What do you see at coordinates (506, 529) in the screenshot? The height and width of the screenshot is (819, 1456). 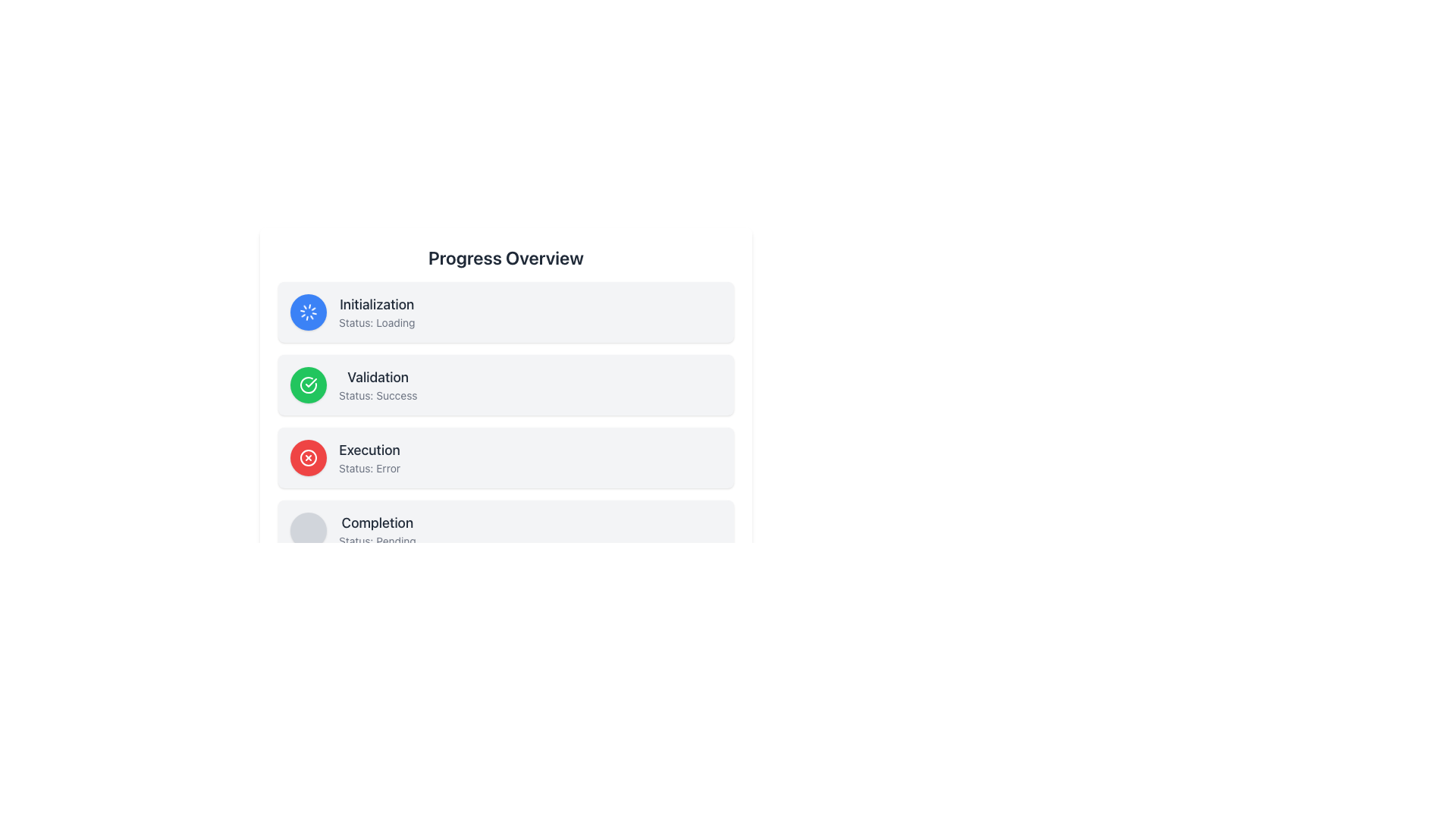 I see `the informational card displaying the current completion status as 'Pending', which is the last element in the vertical list under 'Progress Overview'` at bounding box center [506, 529].